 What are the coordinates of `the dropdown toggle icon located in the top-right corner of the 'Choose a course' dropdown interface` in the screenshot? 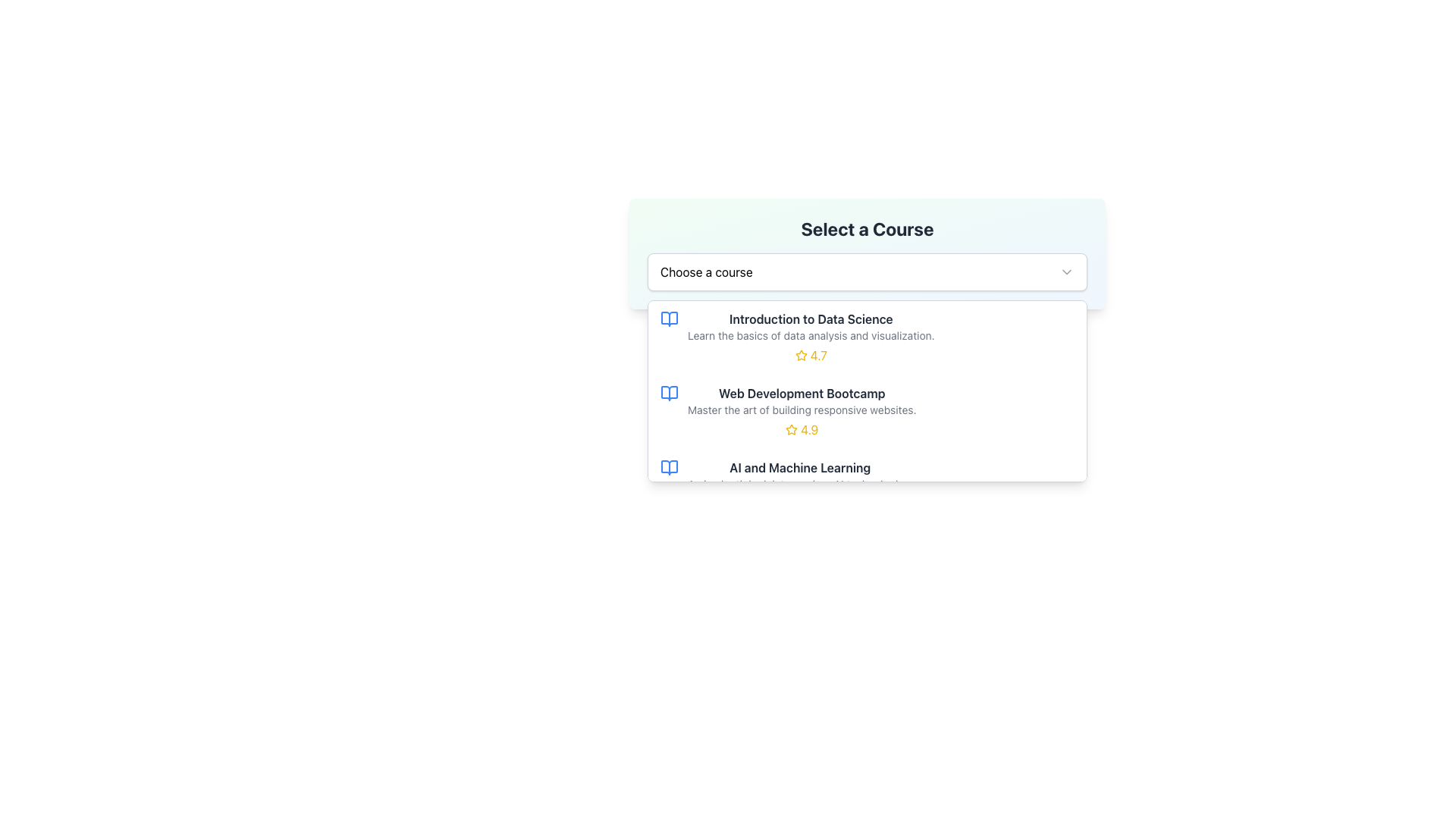 It's located at (1065, 271).